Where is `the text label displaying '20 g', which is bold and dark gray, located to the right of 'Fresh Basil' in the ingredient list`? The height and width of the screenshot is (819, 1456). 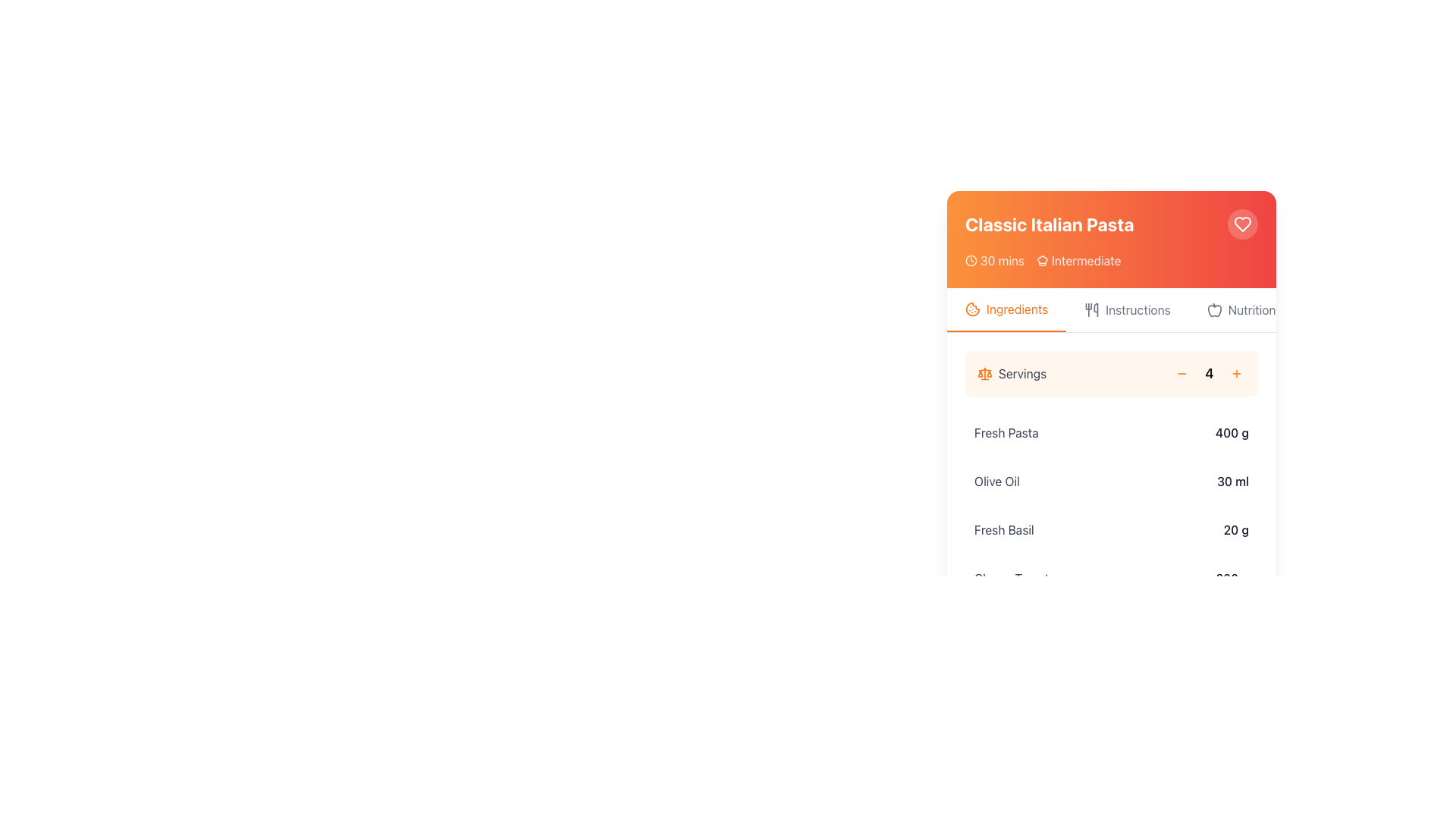 the text label displaying '20 g', which is bold and dark gray, located to the right of 'Fresh Basil' in the ingredient list is located at coordinates (1236, 529).